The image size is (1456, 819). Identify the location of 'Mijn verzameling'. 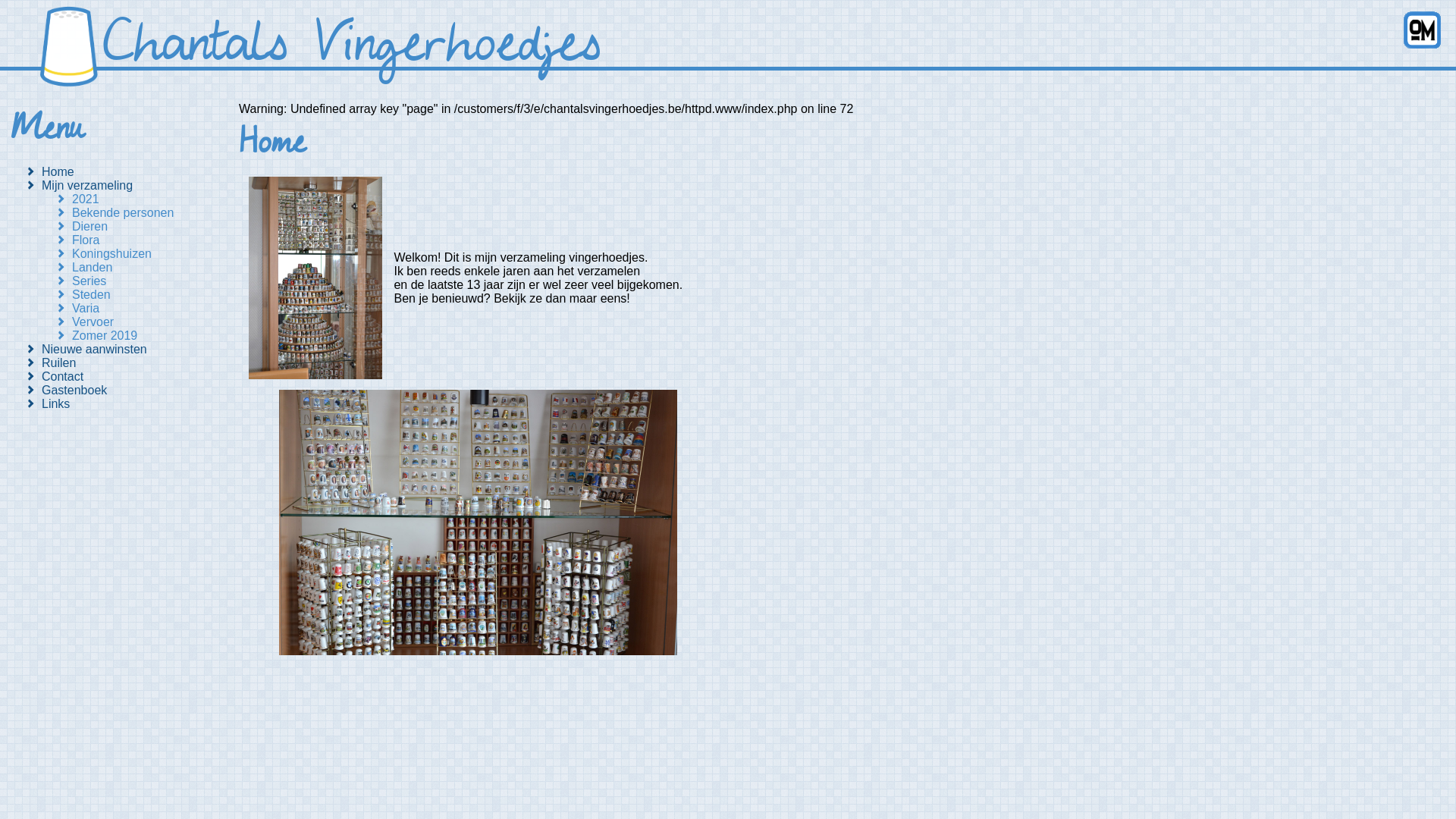
(128, 185).